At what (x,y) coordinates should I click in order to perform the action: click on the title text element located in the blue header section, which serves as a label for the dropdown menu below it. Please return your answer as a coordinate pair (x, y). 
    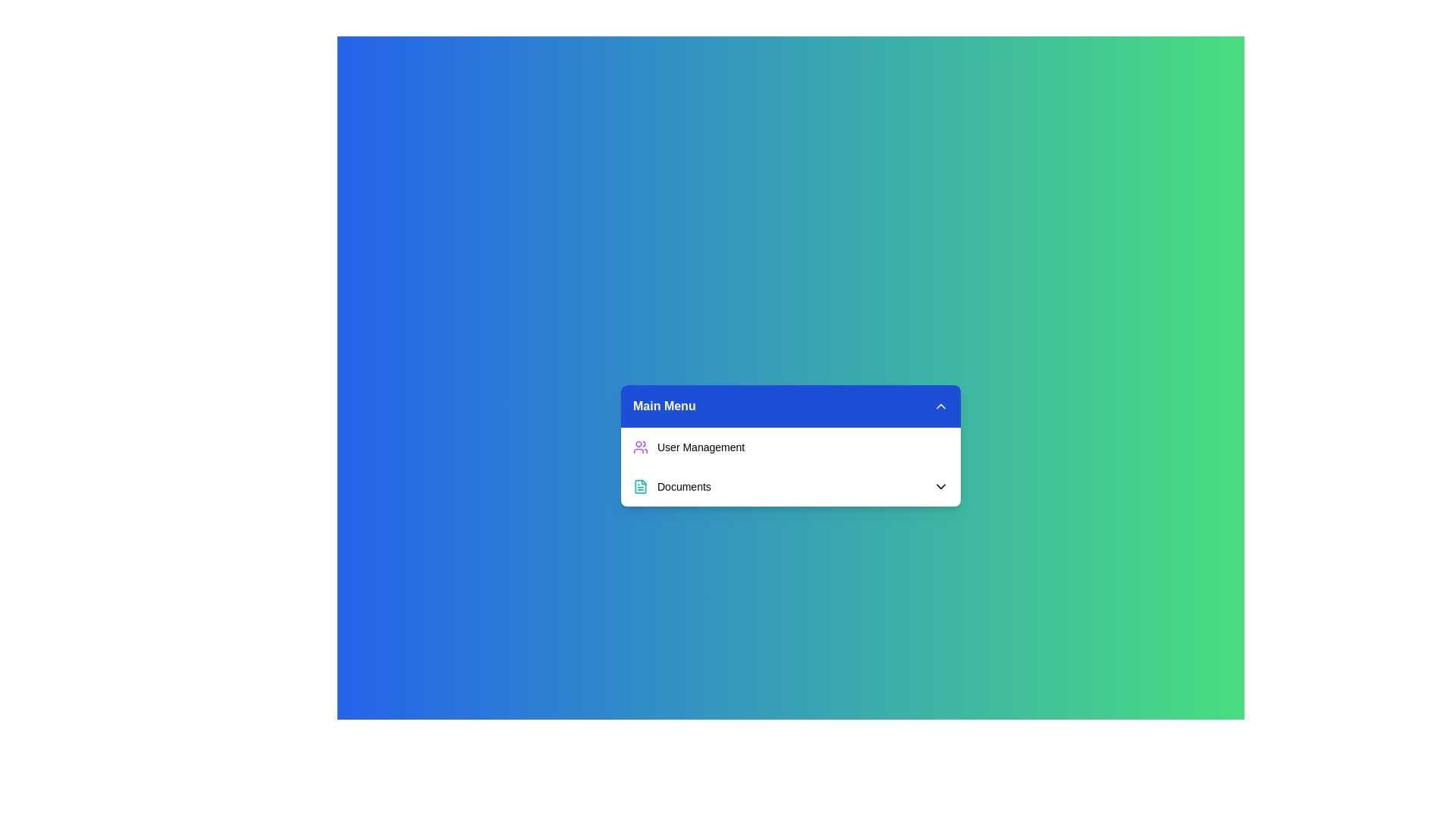
    Looking at the image, I should click on (664, 406).